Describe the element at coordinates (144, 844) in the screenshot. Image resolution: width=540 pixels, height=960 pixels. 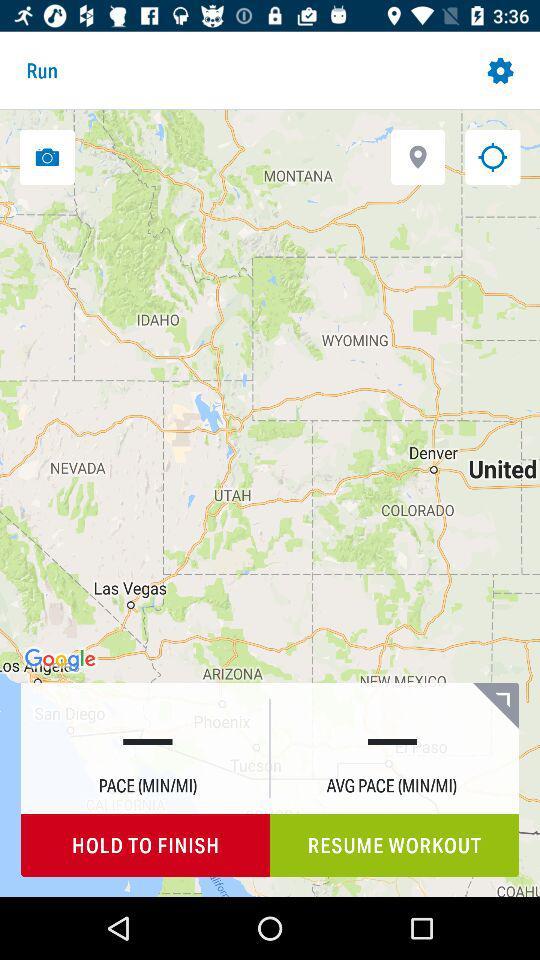
I see `the item next to resume workout item` at that location.